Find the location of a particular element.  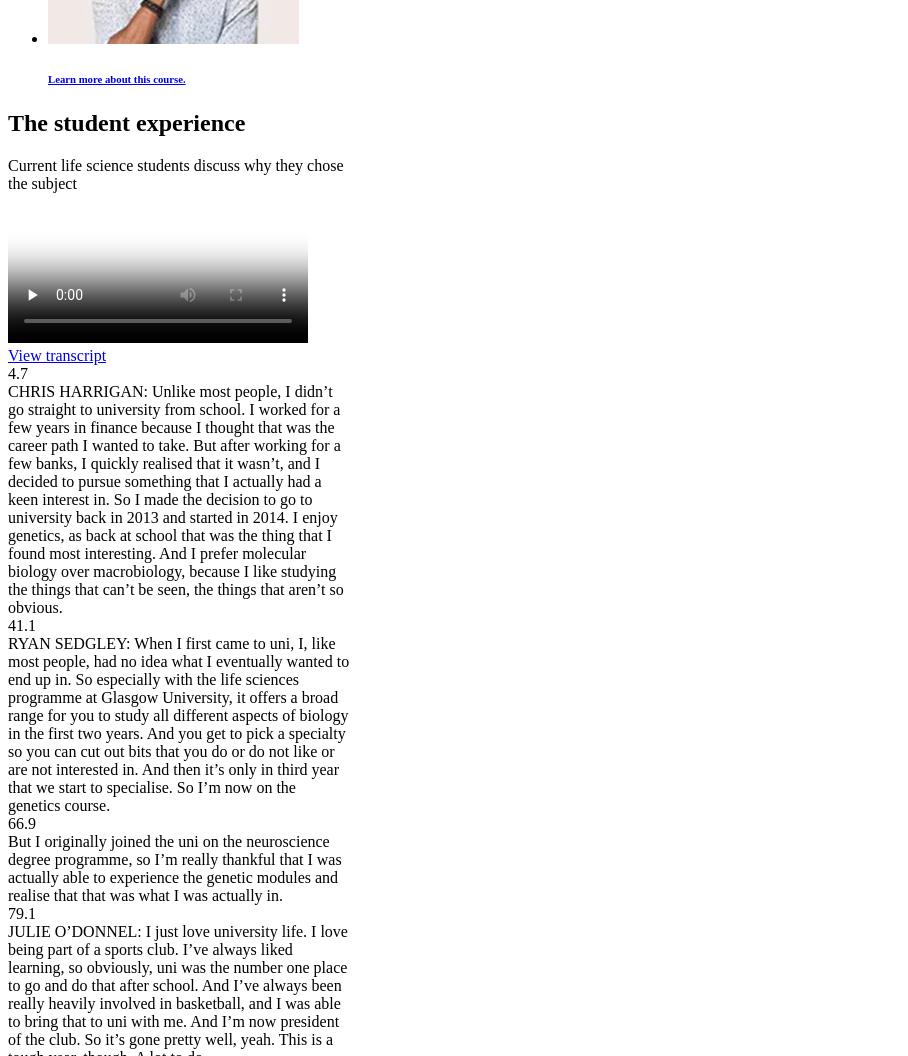

'But I originally joined the uni on the neuroscience degree programme, so I’m really thankful that I was actually able to experience the genetic modules and realise that that was what I was actually in.' is located at coordinates (173, 867).